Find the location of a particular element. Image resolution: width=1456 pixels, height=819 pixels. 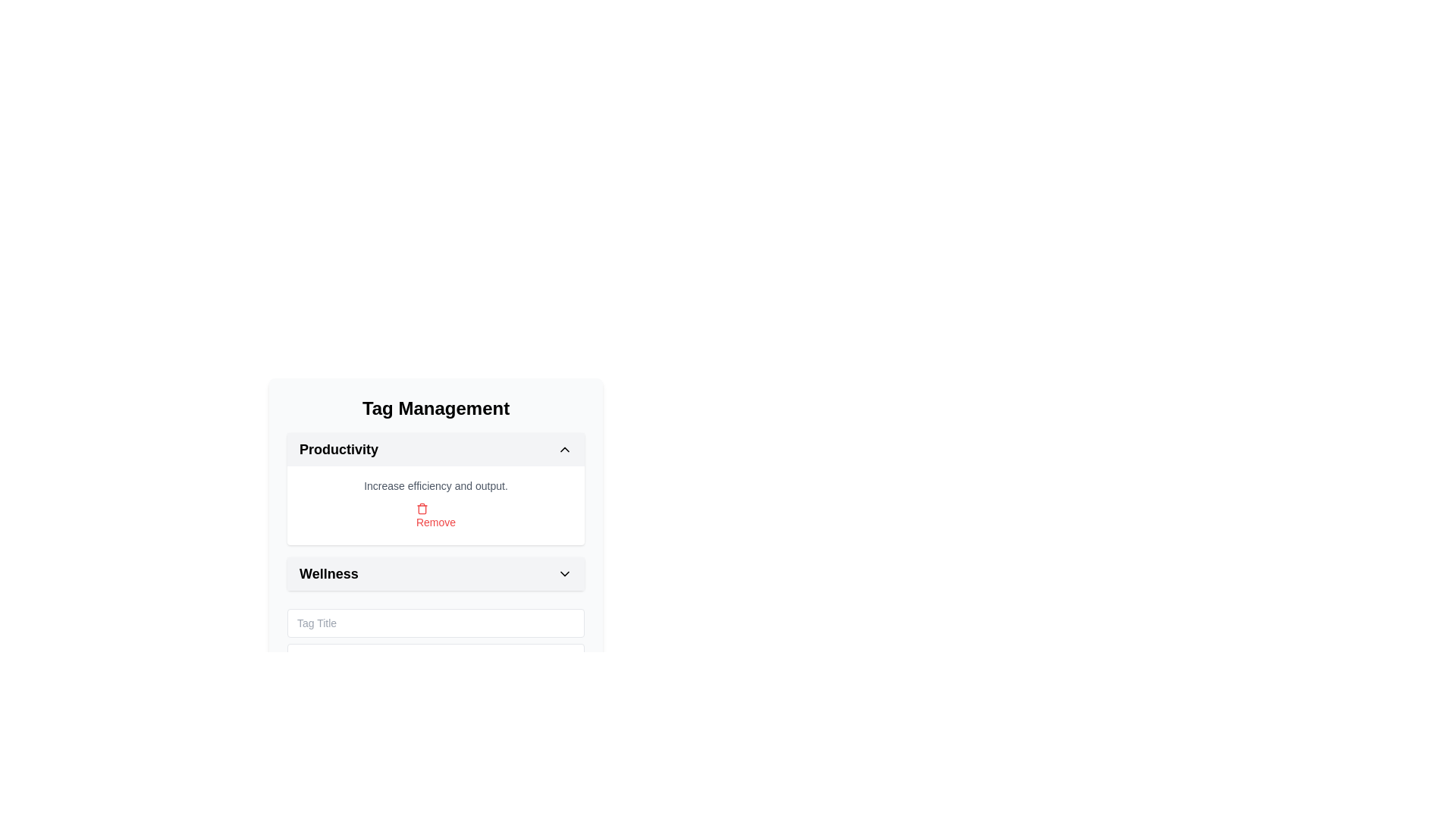

the red 'Remove' button with a trash can icon, located in the 'Productivity' section of the 'Tag Management' interface is located at coordinates (435, 516).